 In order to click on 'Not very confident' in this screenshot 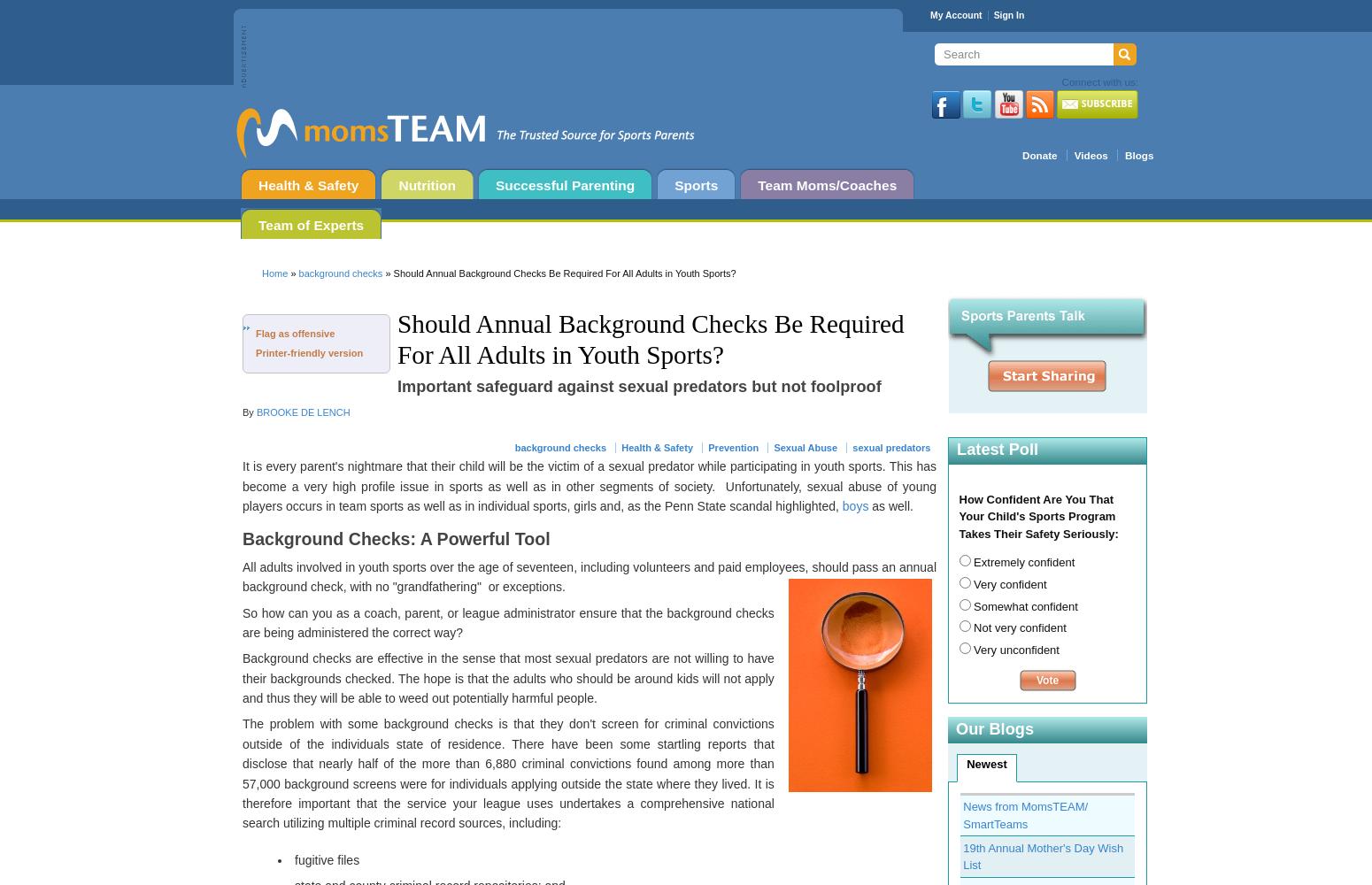, I will do `click(1016, 627)`.